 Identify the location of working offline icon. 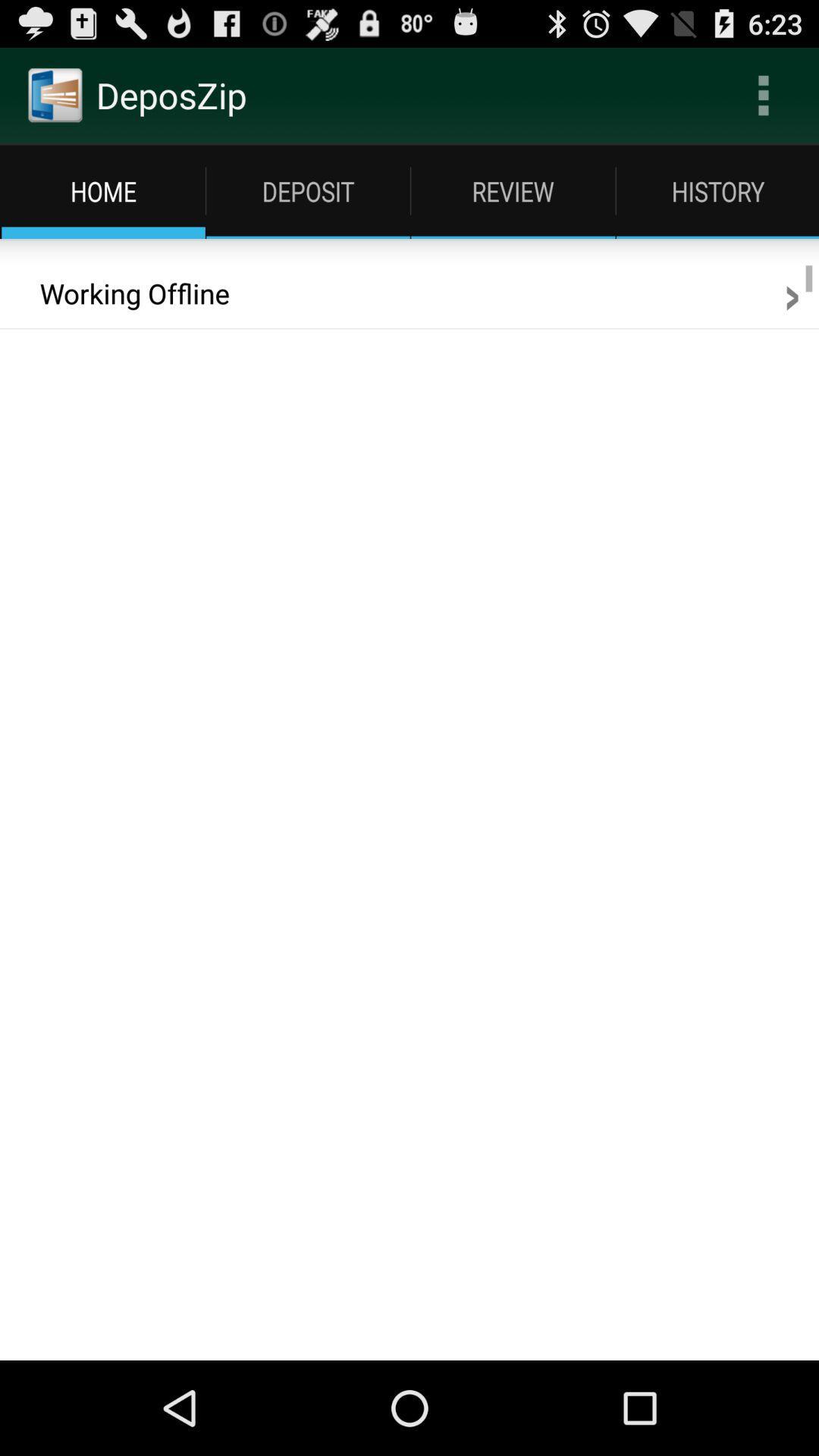
(124, 293).